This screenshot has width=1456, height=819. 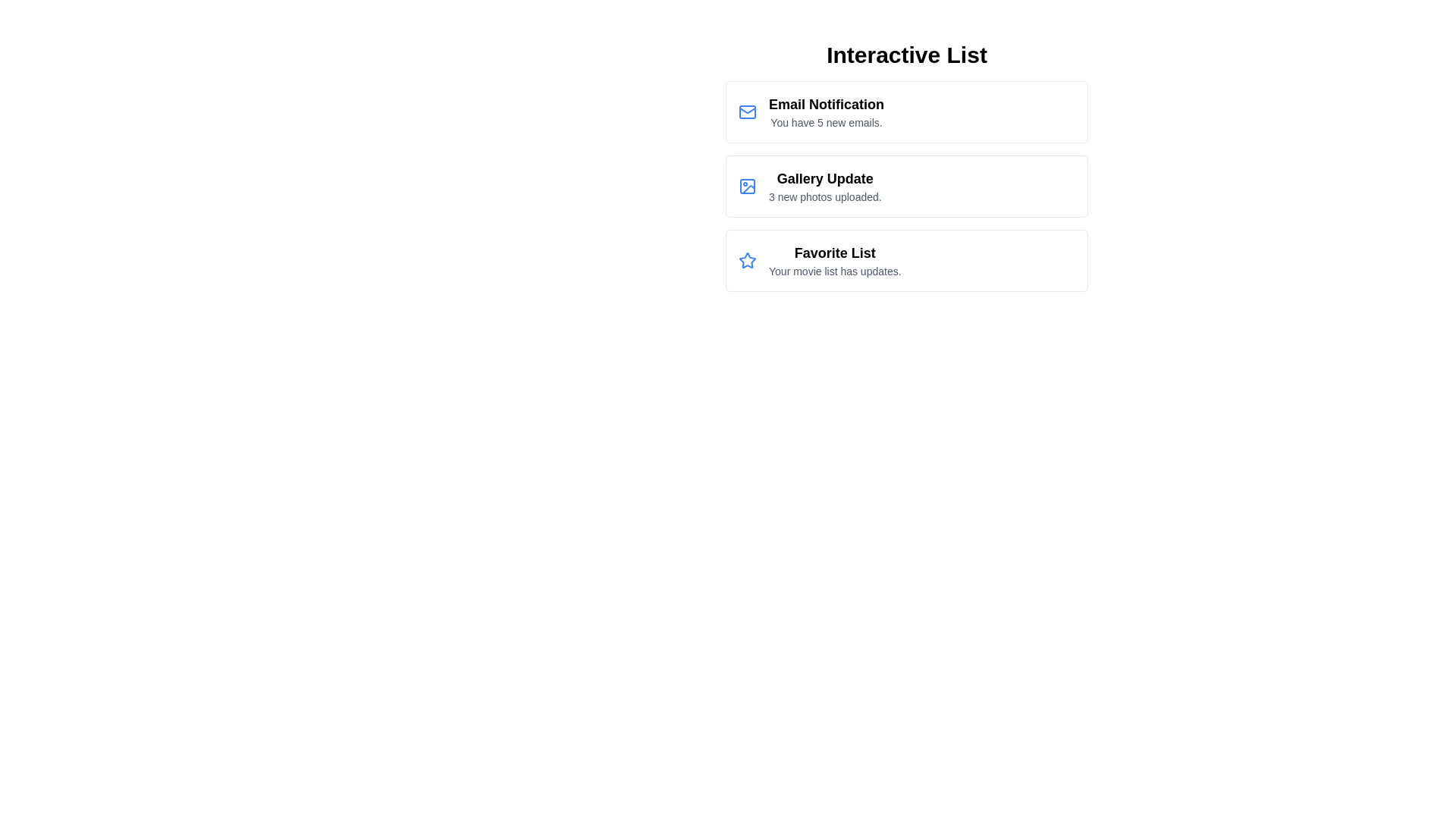 I want to click on the list item Favorite List to view its hover effect, so click(x=906, y=259).